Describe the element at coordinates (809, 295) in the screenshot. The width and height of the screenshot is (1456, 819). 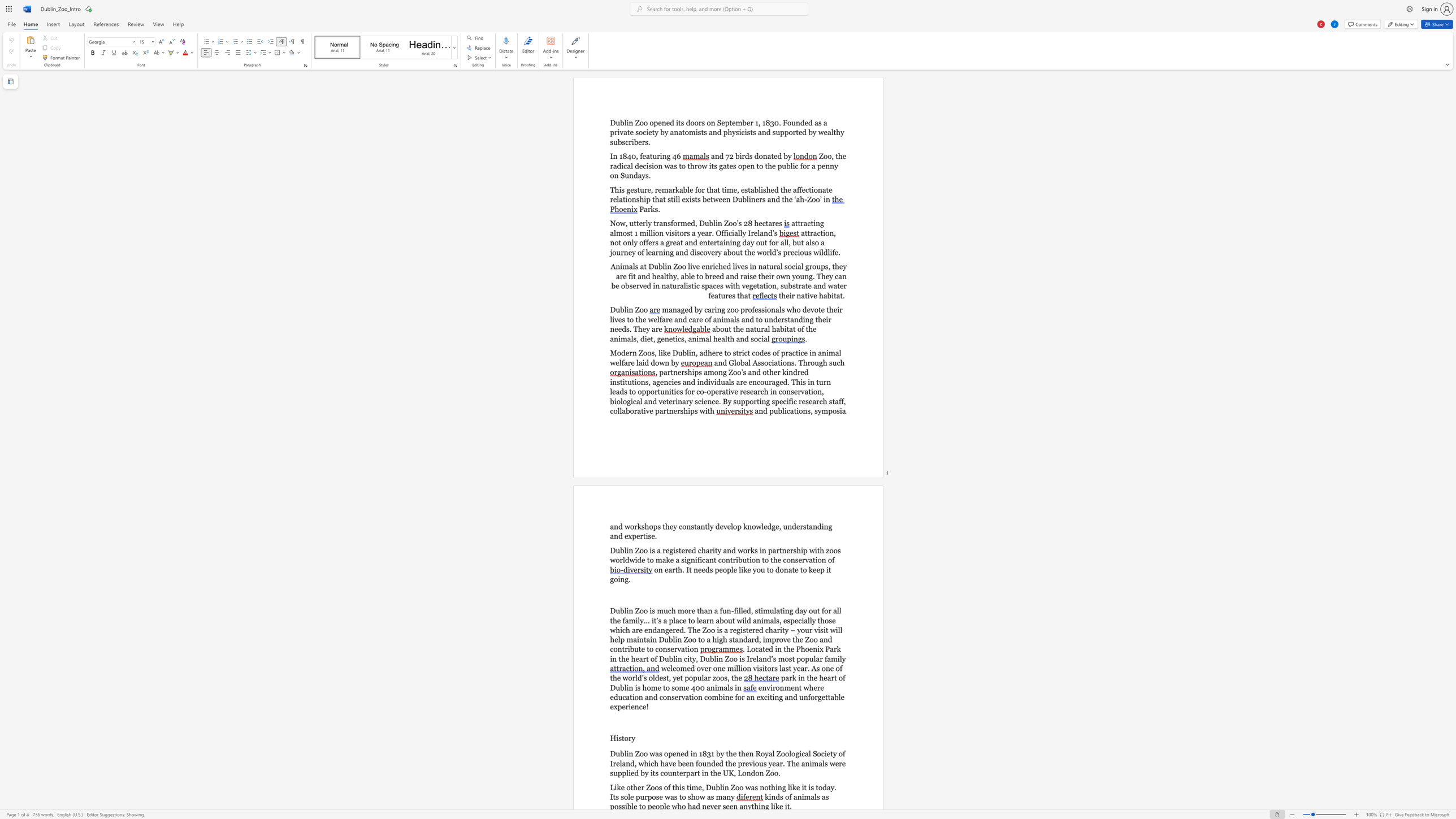
I see `the subset text "ve h" within the text "their native habitat."` at that location.